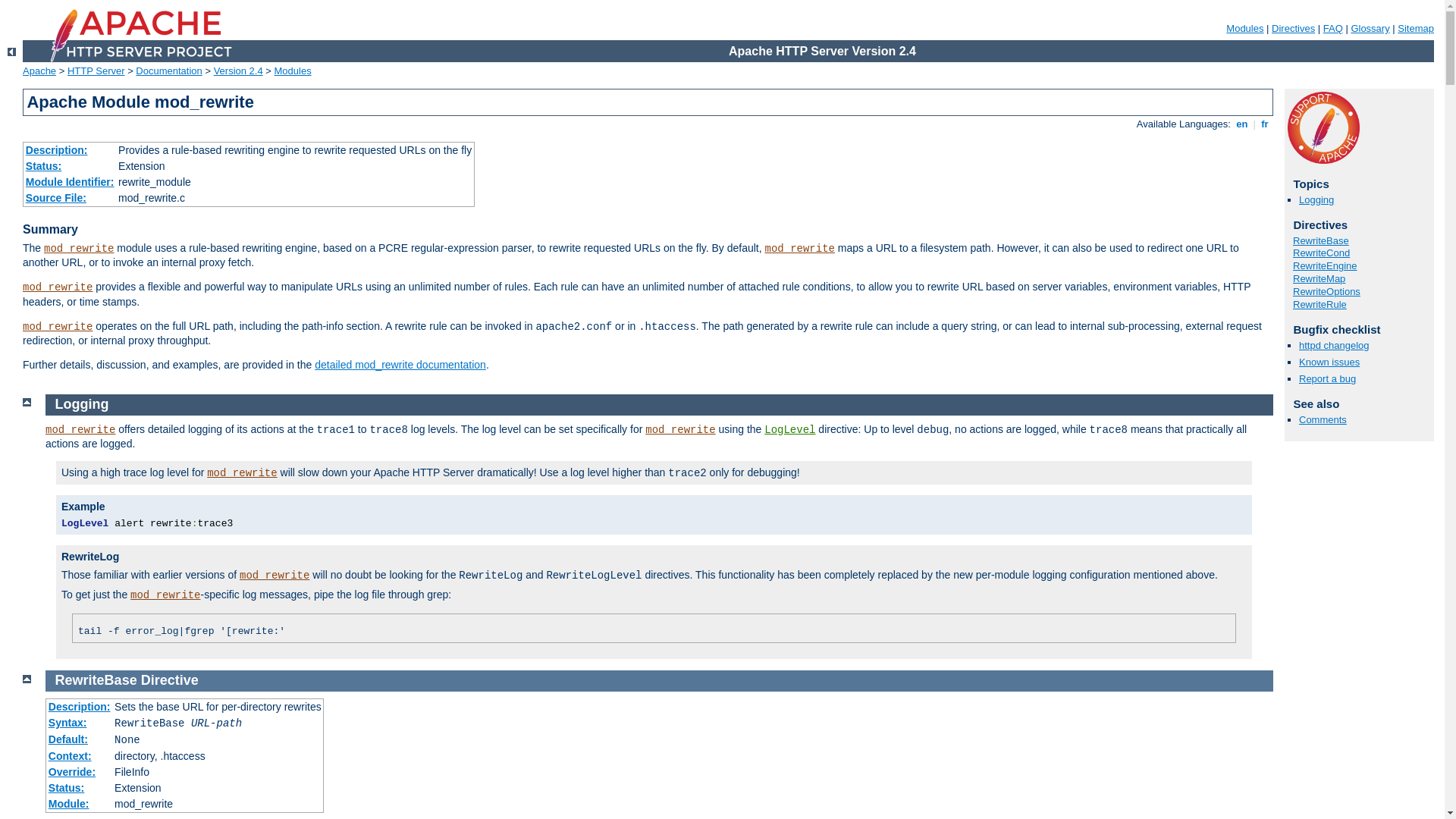 This screenshot has height=819, width=1456. Describe the element at coordinates (1397, 28) in the screenshot. I see `'Sitemap'` at that location.